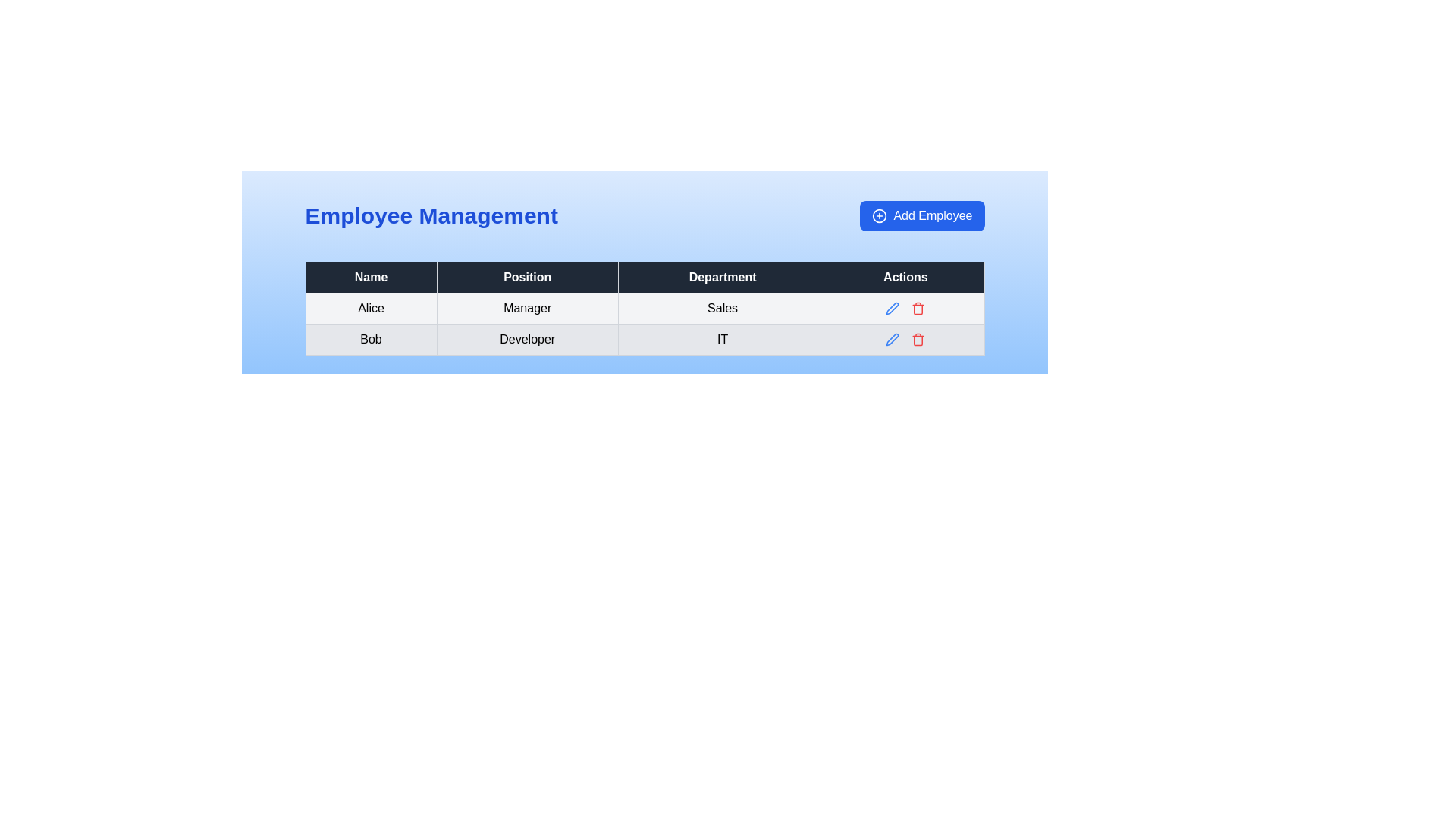 This screenshot has width=1456, height=819. Describe the element at coordinates (527, 308) in the screenshot. I see `the static text element displaying the job position 'Manager' in the 'Employee Management' table` at that location.